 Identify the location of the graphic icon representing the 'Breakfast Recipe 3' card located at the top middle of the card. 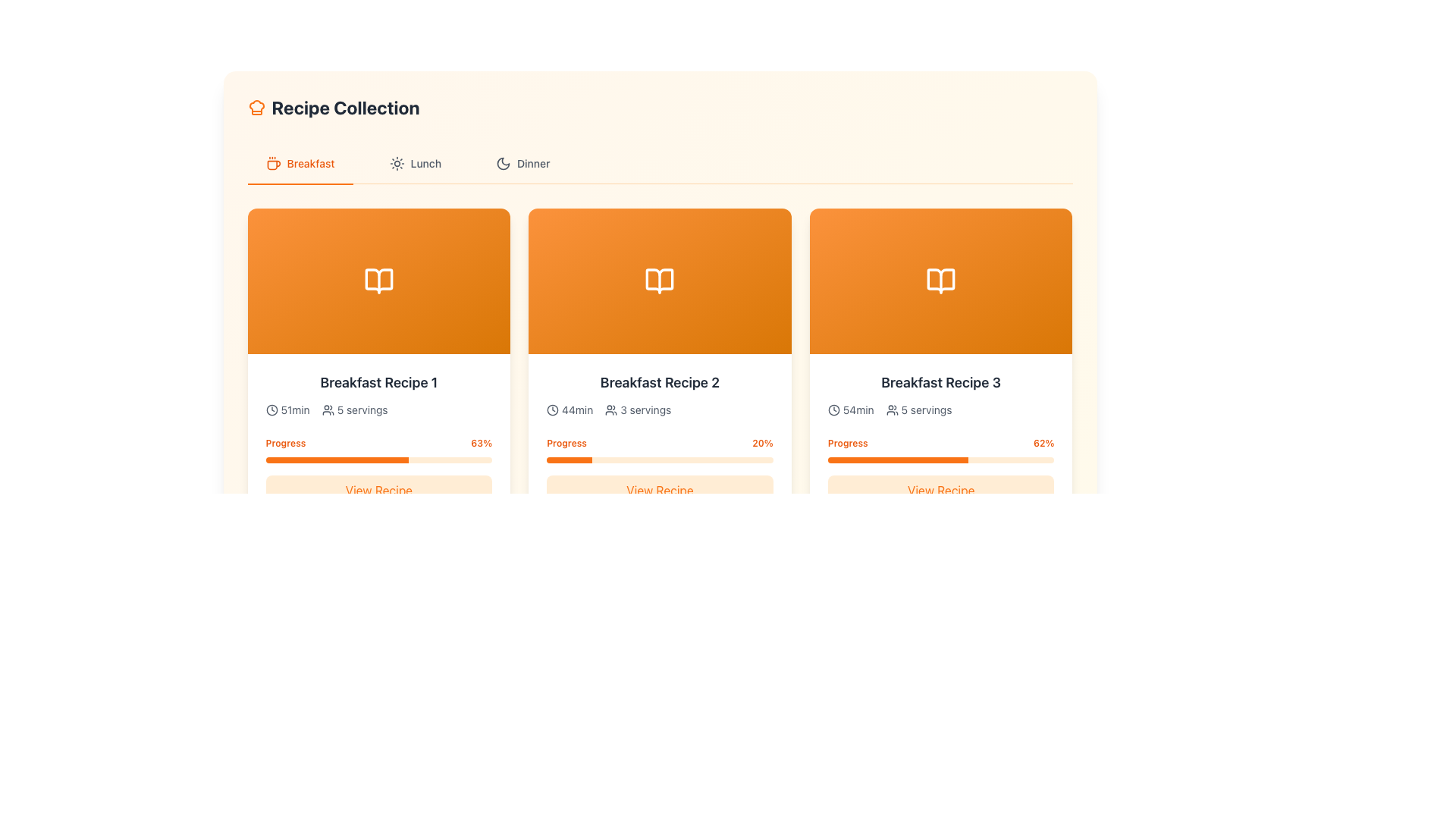
(940, 281).